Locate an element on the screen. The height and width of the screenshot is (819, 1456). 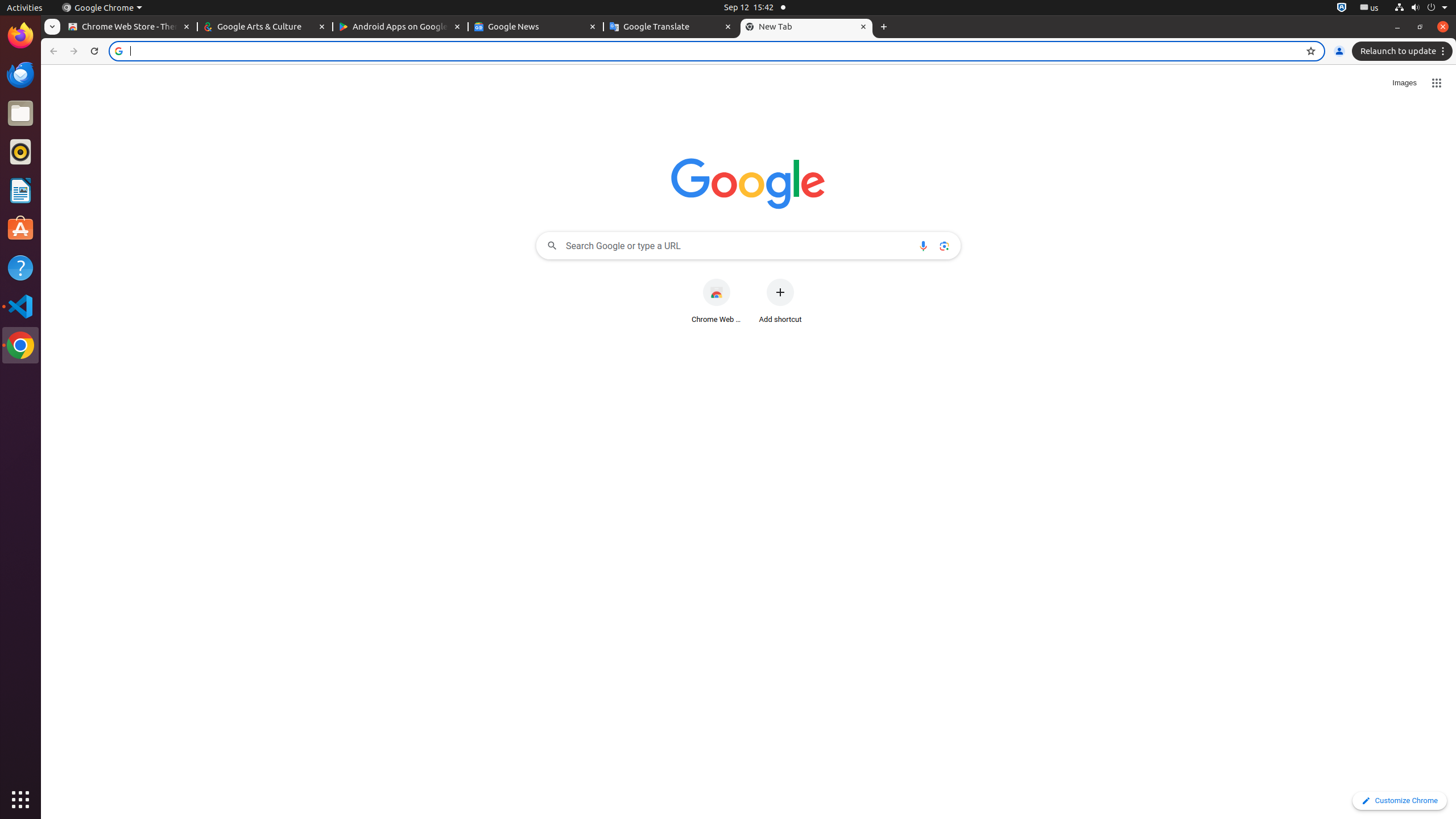
'Help' is located at coordinates (20, 268).